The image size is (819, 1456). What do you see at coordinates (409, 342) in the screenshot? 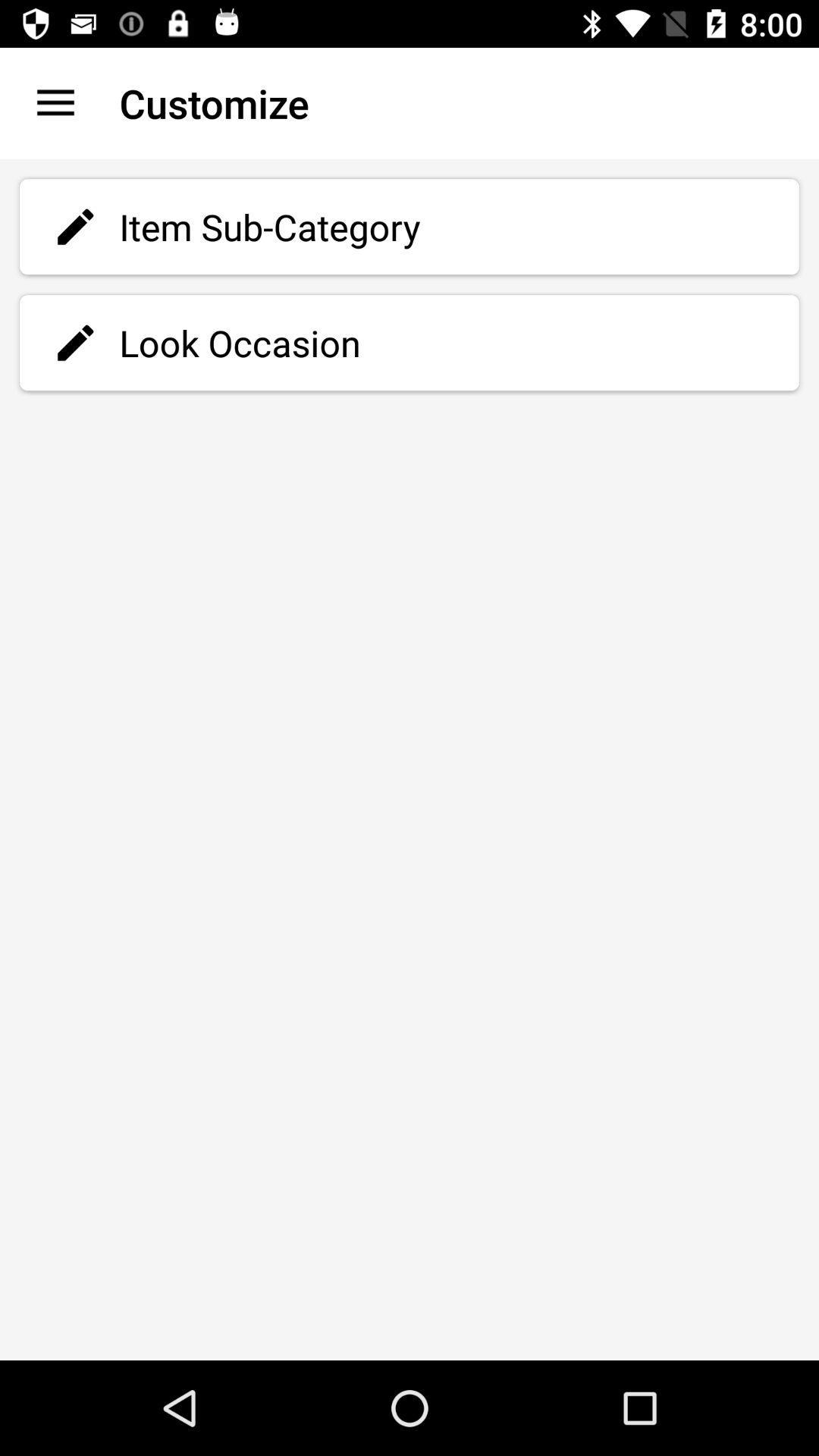
I see `look occasion icon` at bounding box center [409, 342].